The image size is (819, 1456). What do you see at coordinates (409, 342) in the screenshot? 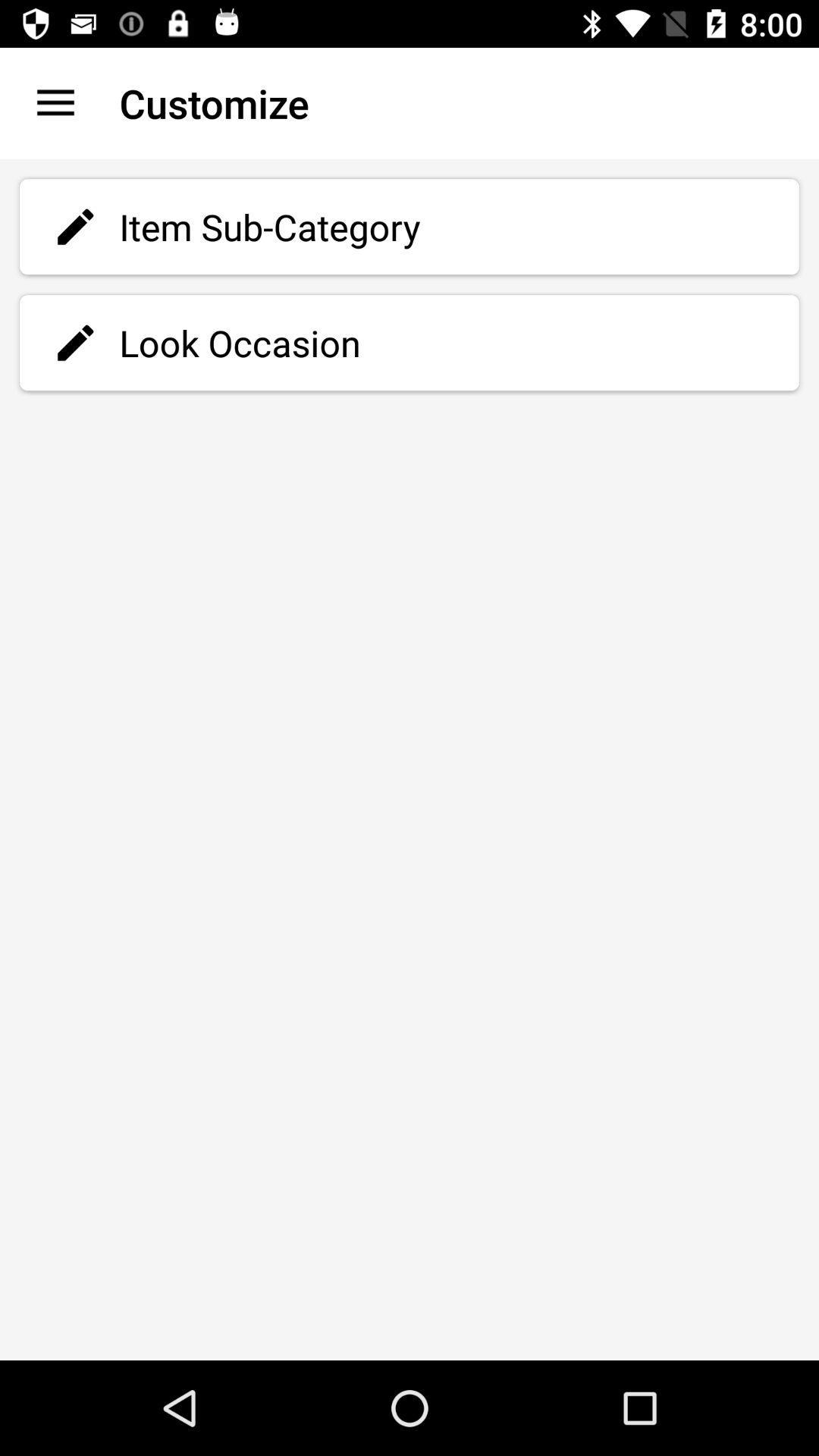
I see `look occasion icon` at bounding box center [409, 342].